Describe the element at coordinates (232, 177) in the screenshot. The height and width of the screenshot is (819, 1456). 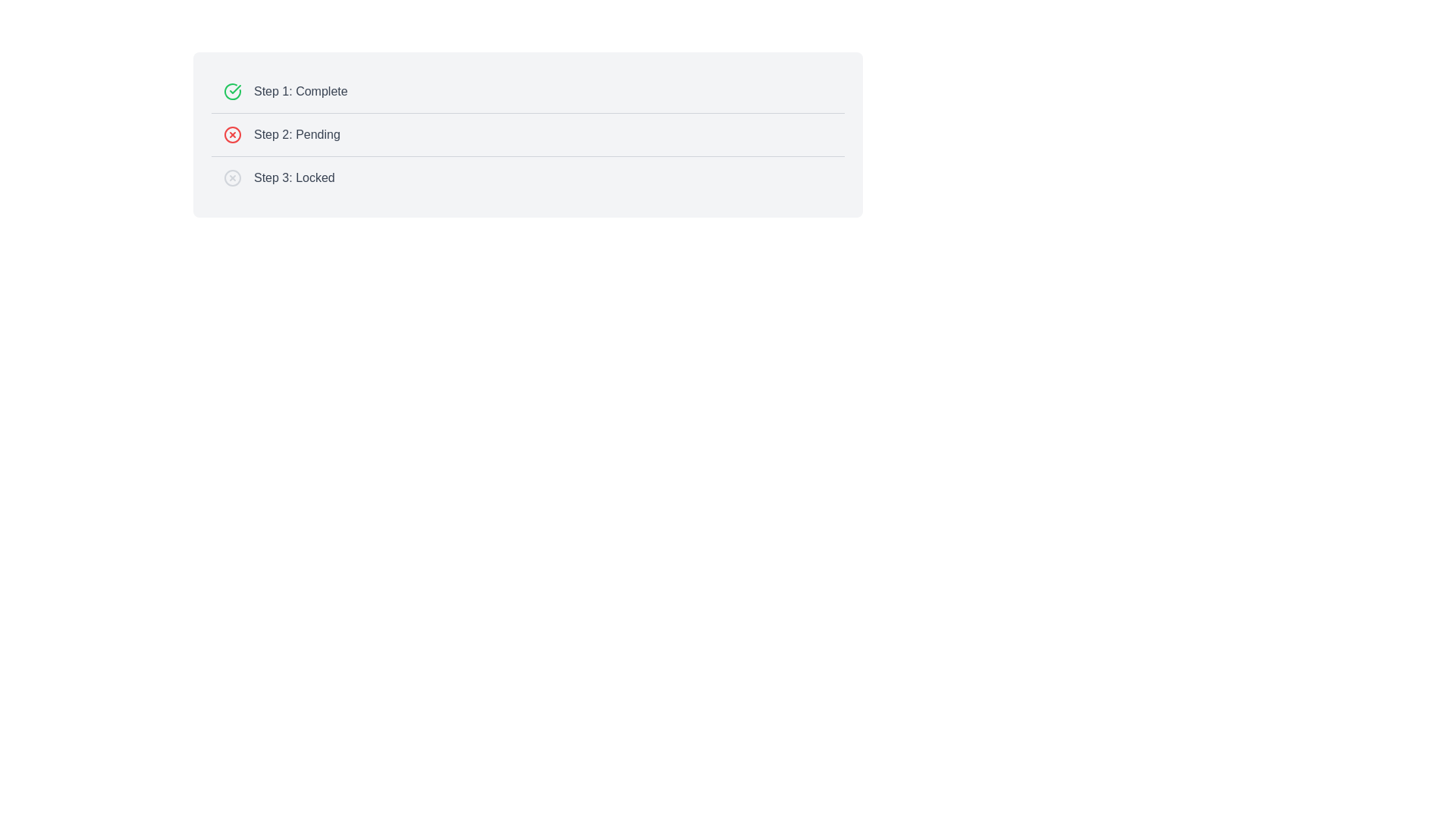
I see `the outermost circle of the lock graphic next to the text 'Step 3: Locked'` at that location.